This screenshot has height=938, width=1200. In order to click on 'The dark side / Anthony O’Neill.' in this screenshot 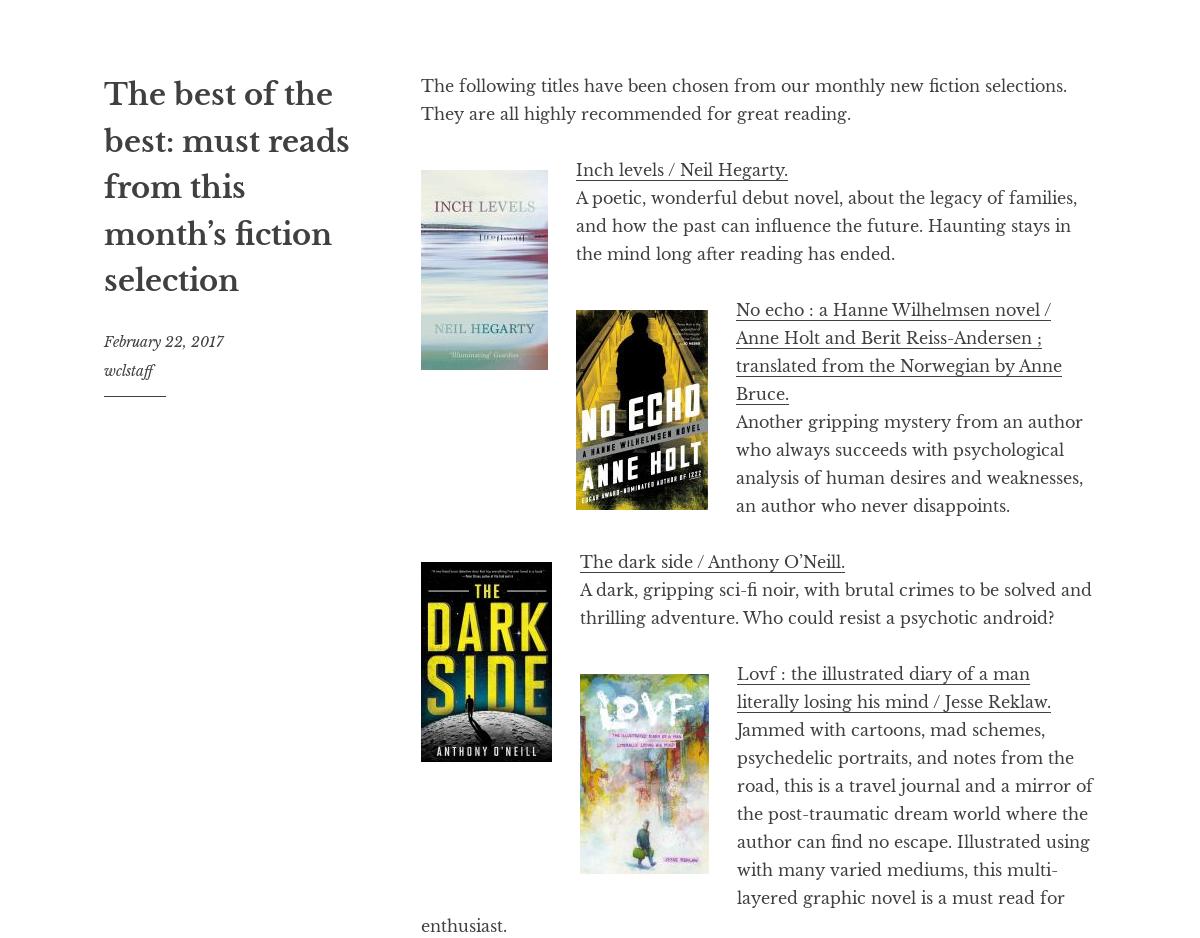, I will do `click(712, 561)`.